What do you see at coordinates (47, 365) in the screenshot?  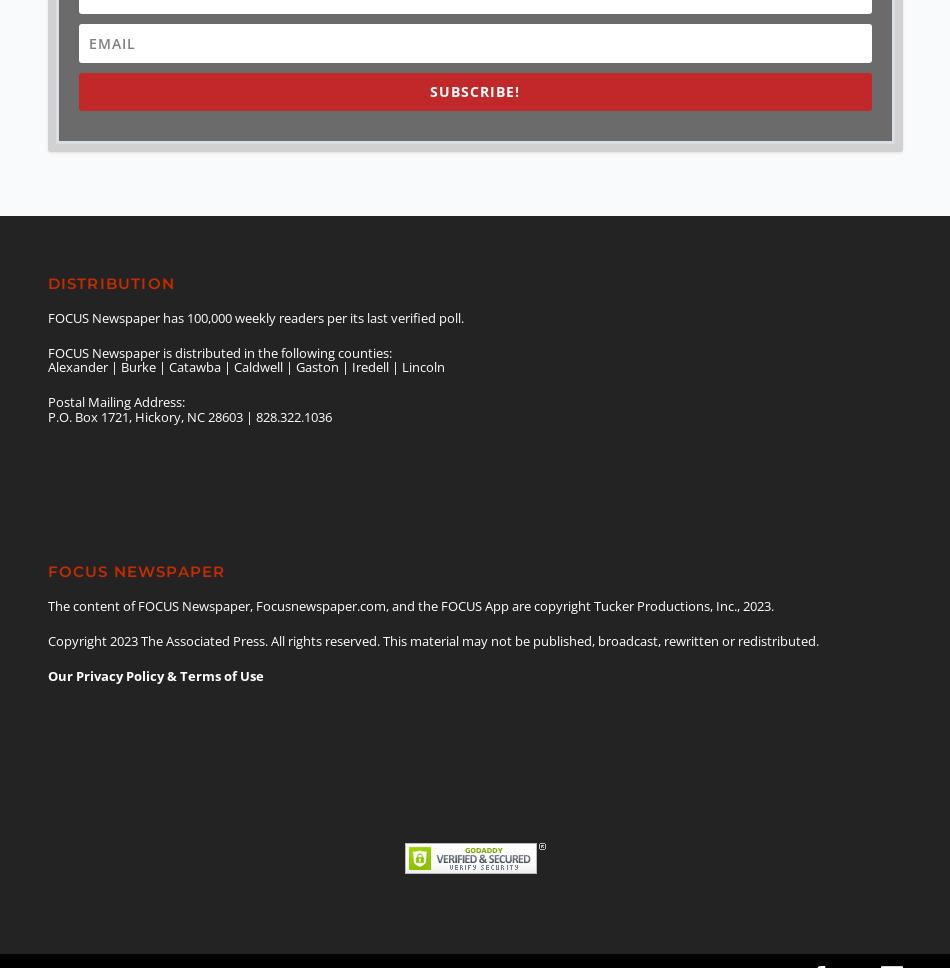 I see `'Alexander | Burke | Catawba | Caldwell | Gaston | Iredell | Lincoln'` at bounding box center [47, 365].